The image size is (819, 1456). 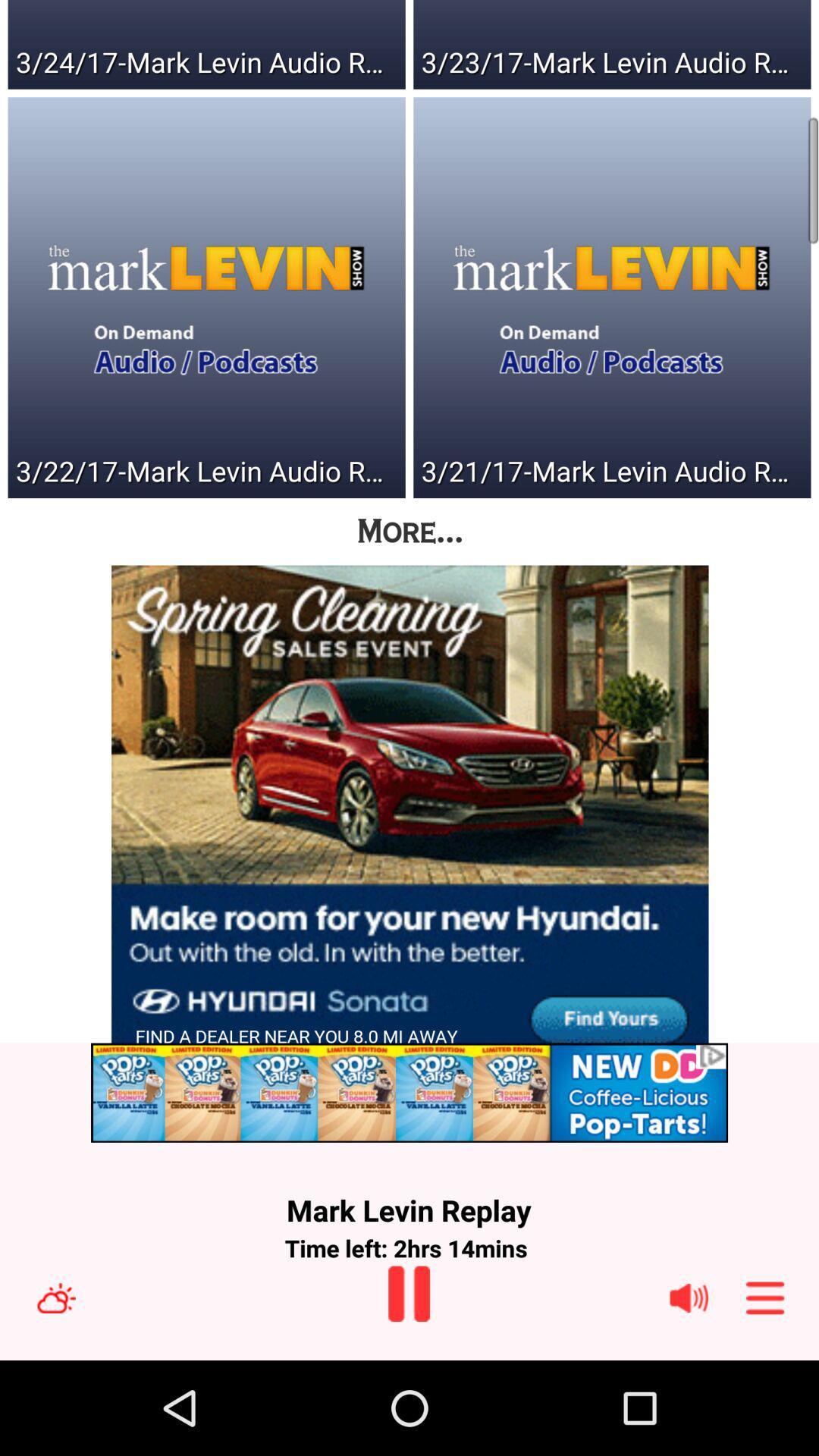 I want to click on pause radio station, so click(x=408, y=1293).